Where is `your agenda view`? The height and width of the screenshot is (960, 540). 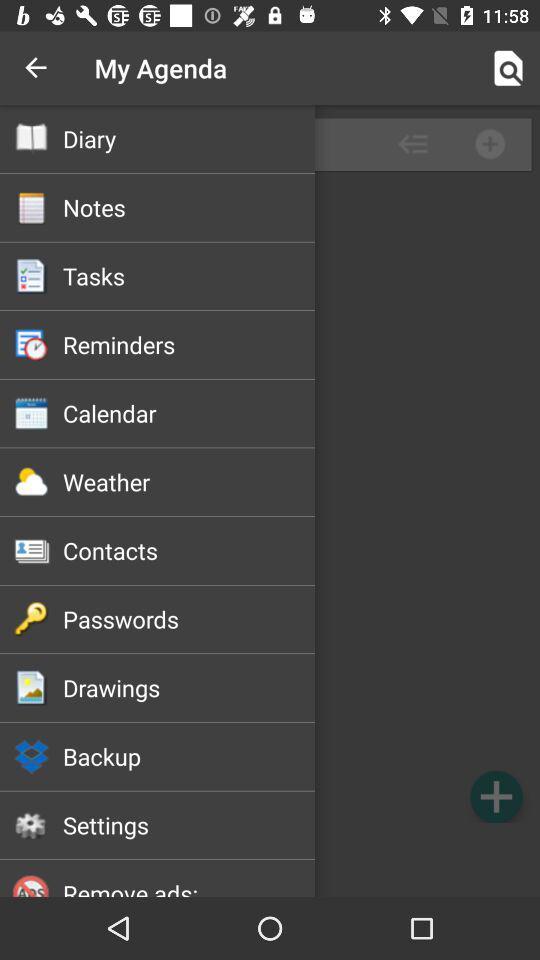
your agenda view is located at coordinates (270, 500).